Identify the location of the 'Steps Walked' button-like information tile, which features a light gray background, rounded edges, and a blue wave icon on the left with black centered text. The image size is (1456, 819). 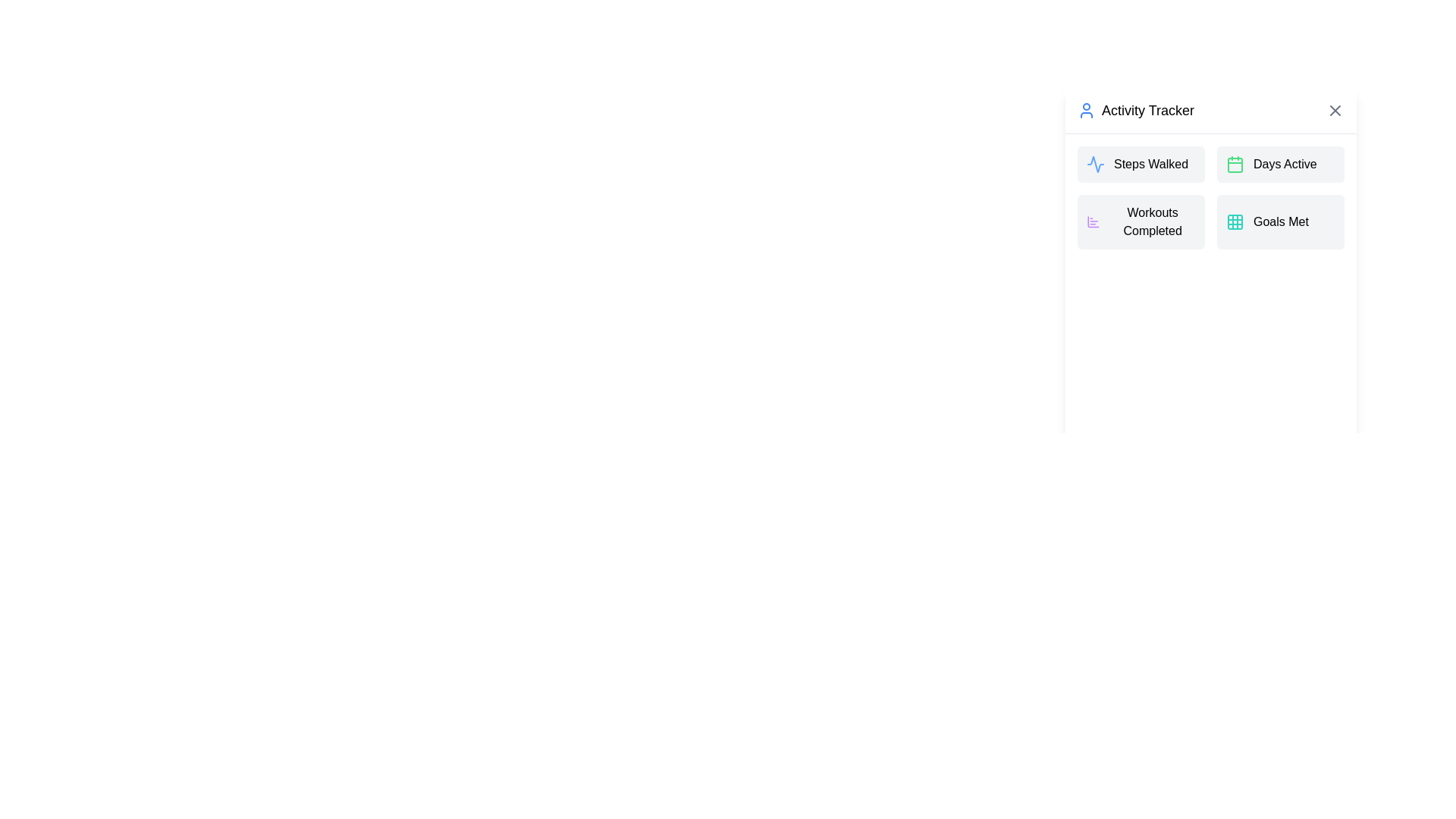
(1141, 164).